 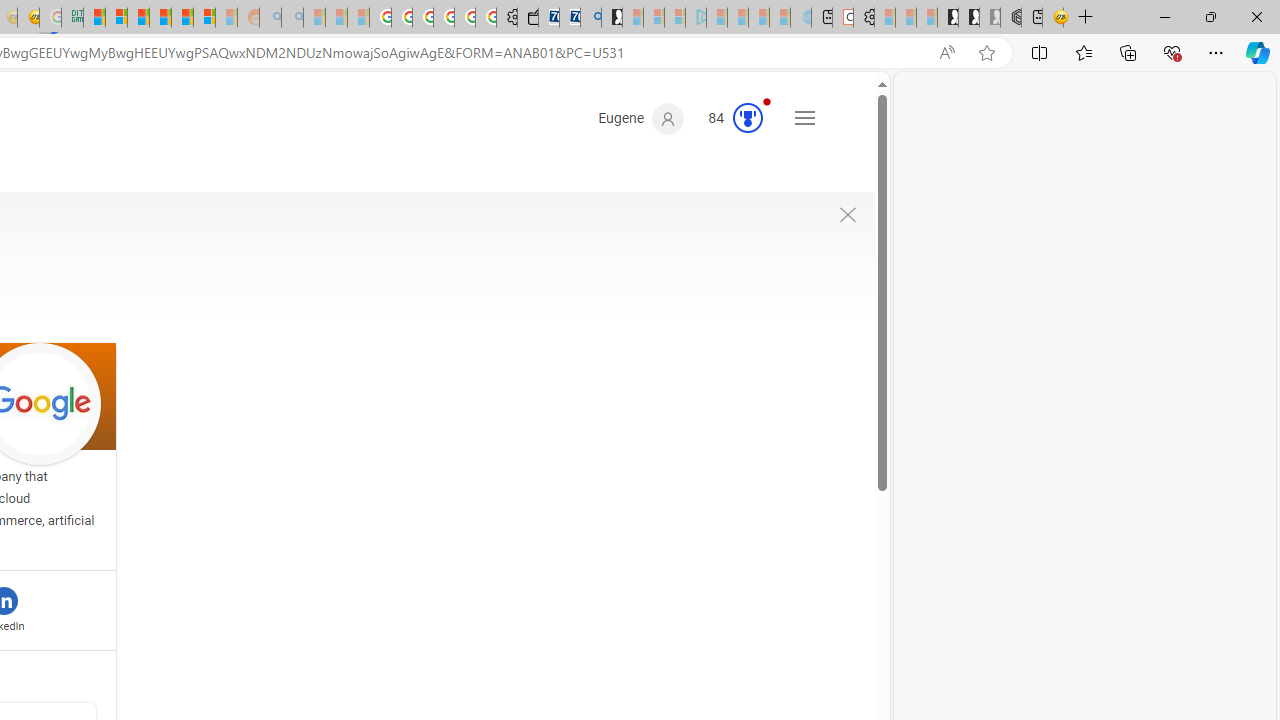 What do you see at coordinates (641, 119) in the screenshot?
I see `'Eugene'` at bounding box center [641, 119].